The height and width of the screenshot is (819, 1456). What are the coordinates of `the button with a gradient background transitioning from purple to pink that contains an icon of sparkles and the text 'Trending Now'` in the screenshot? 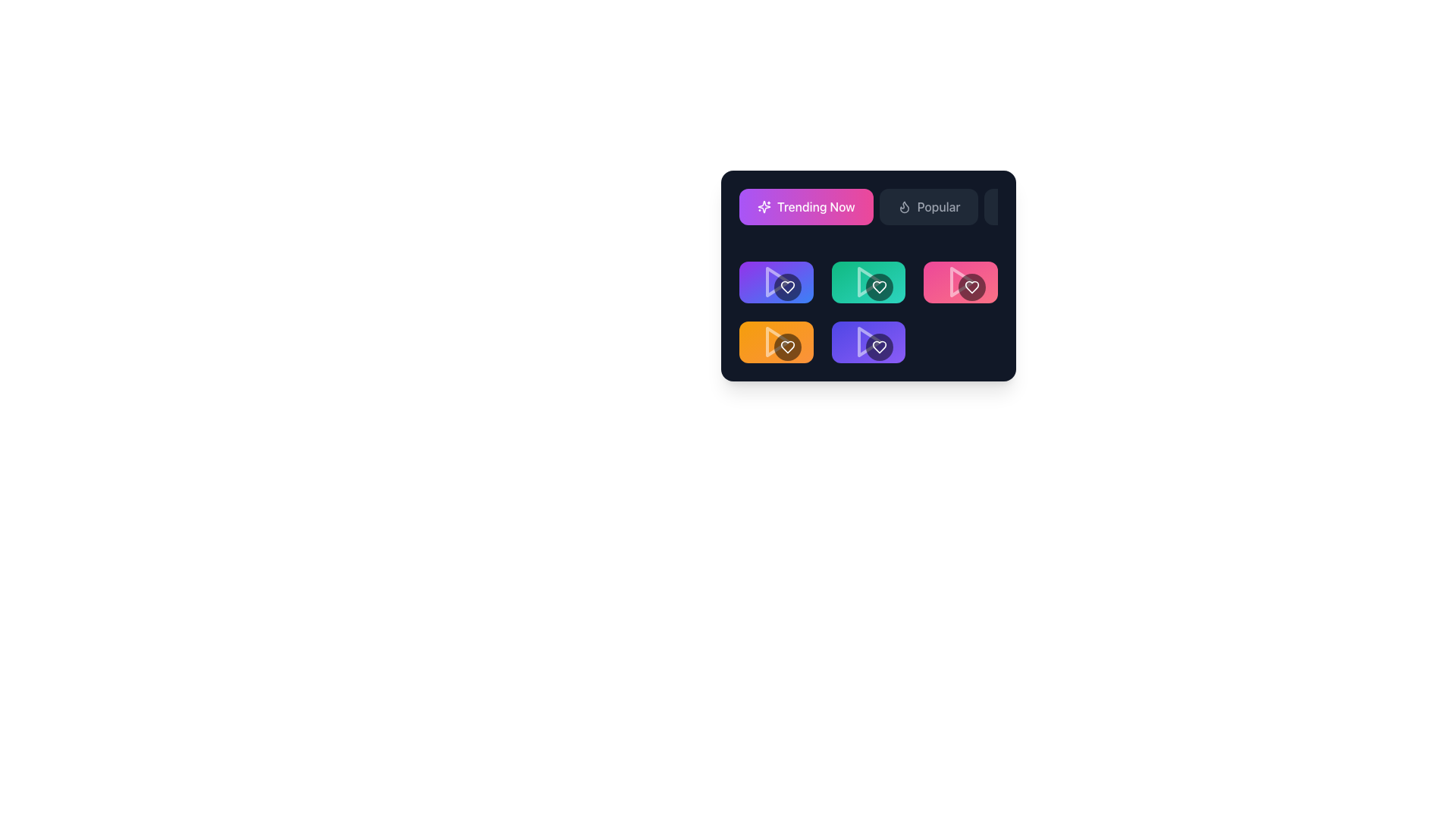 It's located at (805, 207).